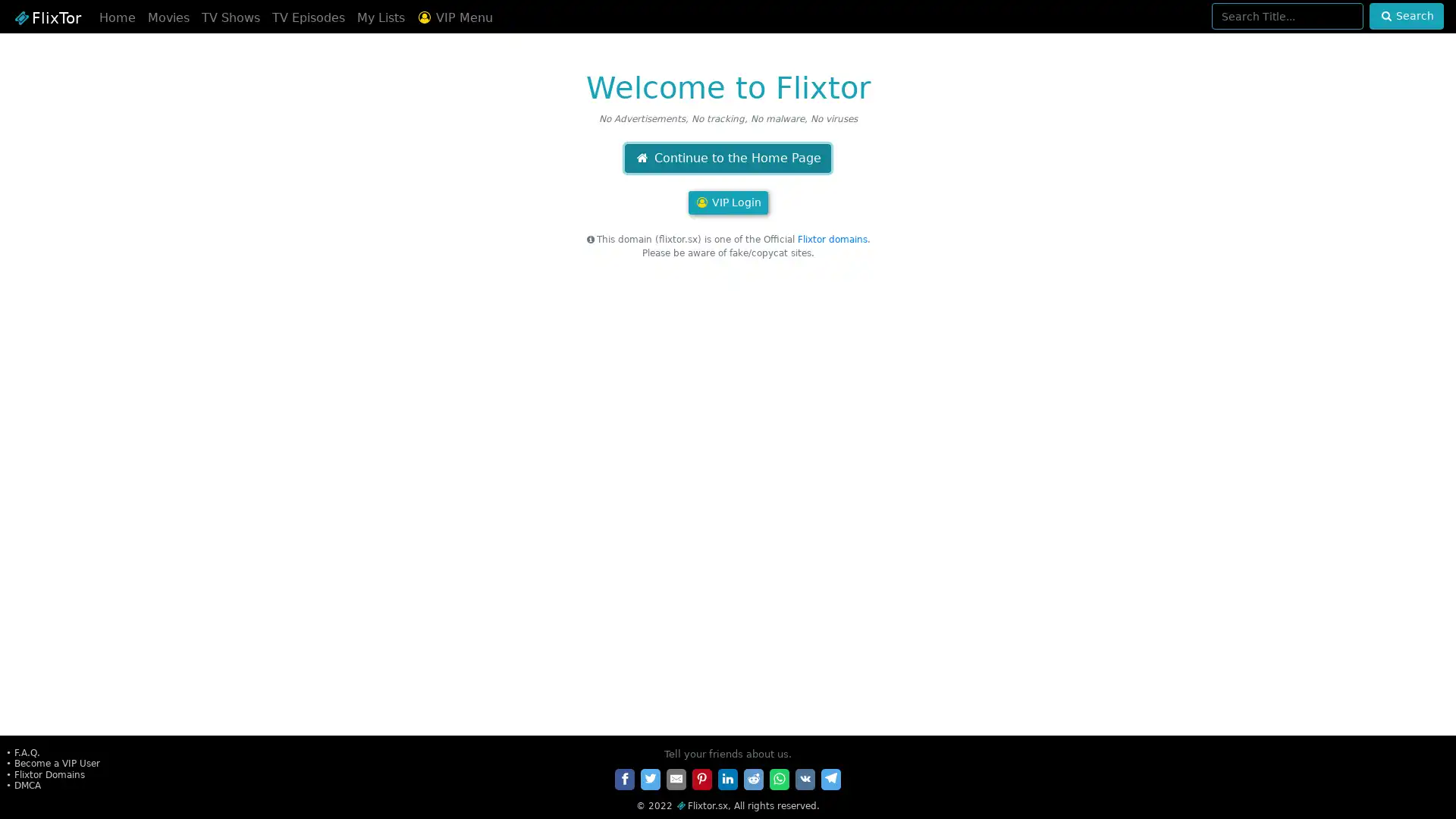 The height and width of the screenshot is (819, 1456). I want to click on Search, so click(1405, 16).